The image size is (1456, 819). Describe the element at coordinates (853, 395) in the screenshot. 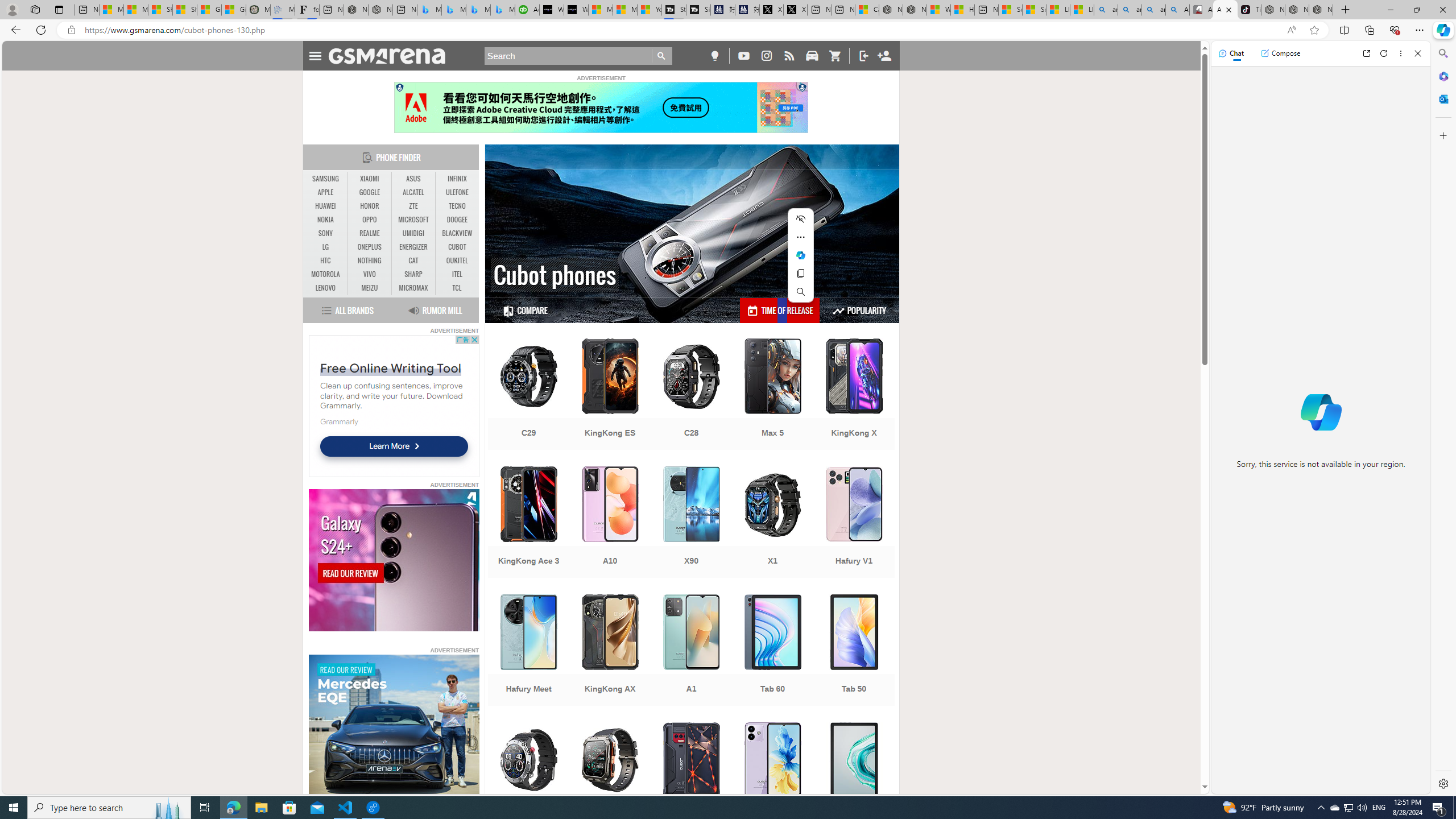

I see `'KingKong X'` at that location.